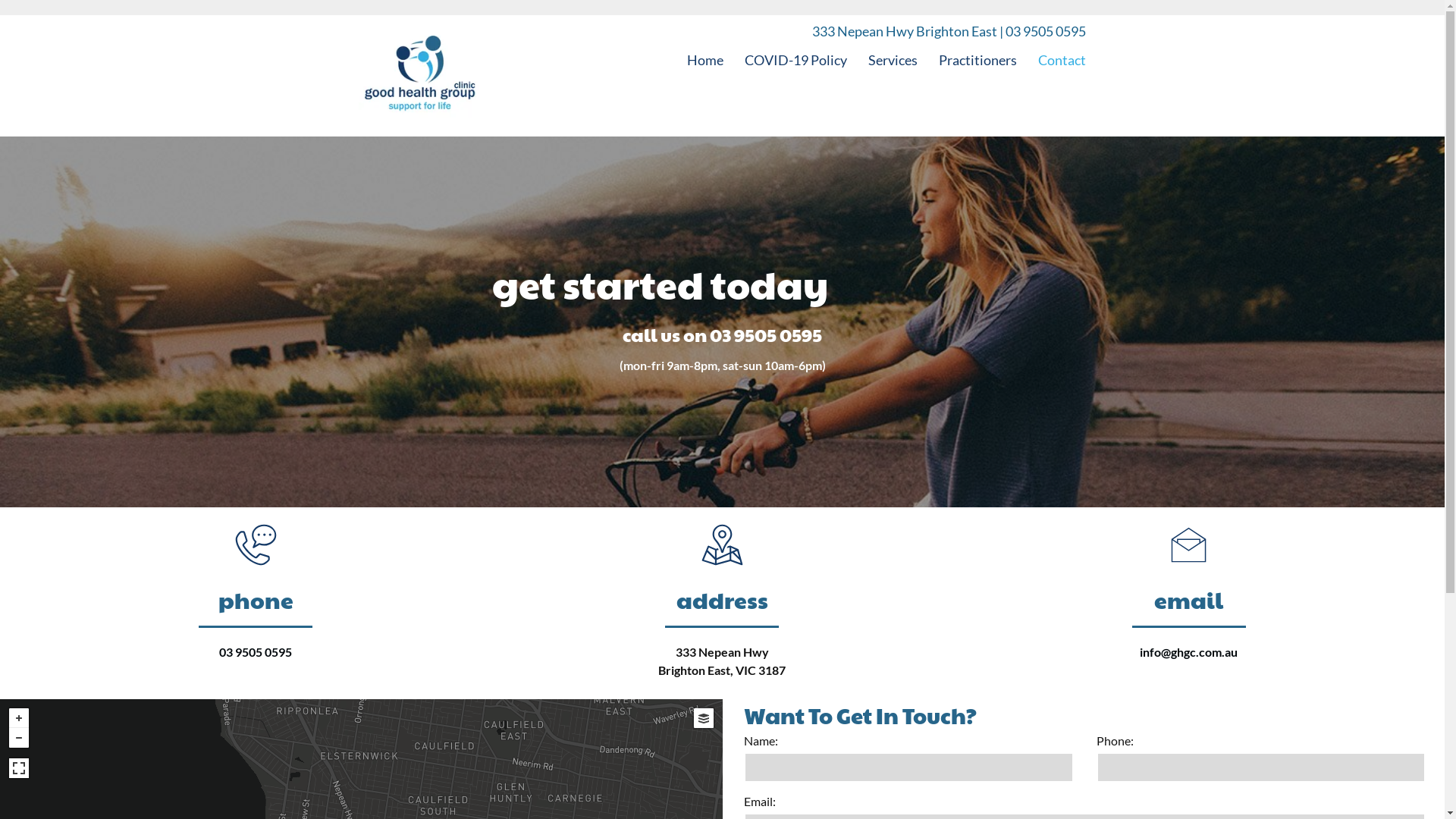  I want to click on 'Services', so click(893, 58).